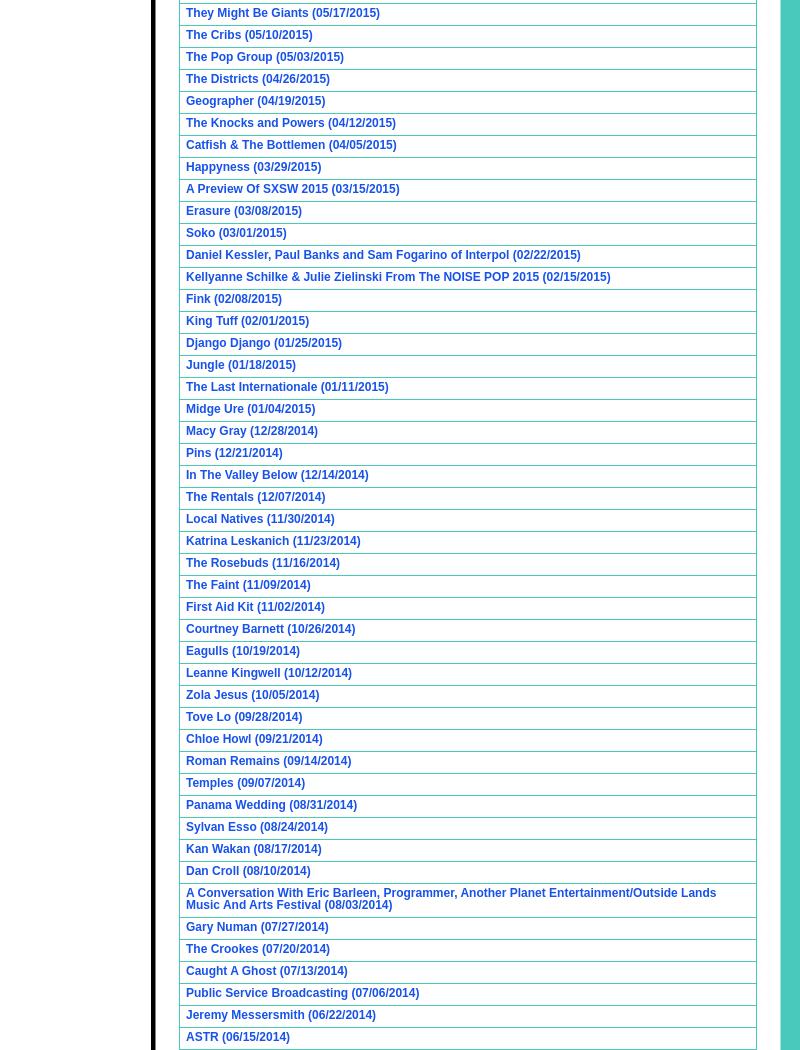 This screenshot has width=800, height=1050. I want to click on 'Fink (02/08/2015)', so click(233, 298).